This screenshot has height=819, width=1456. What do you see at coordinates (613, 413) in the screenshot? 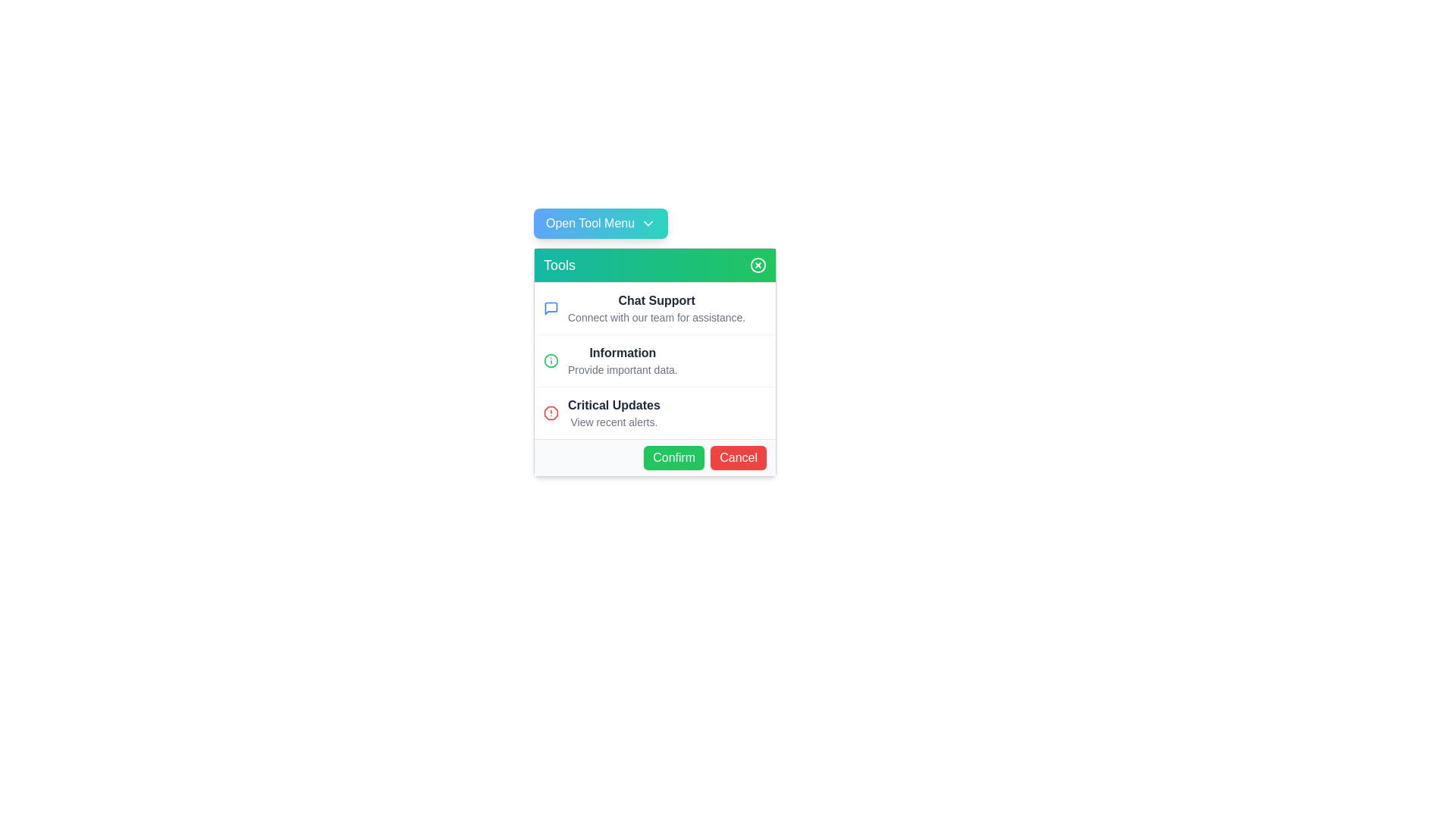
I see `the composite component displaying the title 'Critical Updates' and subtitle 'View recent alerts.' within the modal dialog under the 'Tools' section` at bounding box center [613, 413].